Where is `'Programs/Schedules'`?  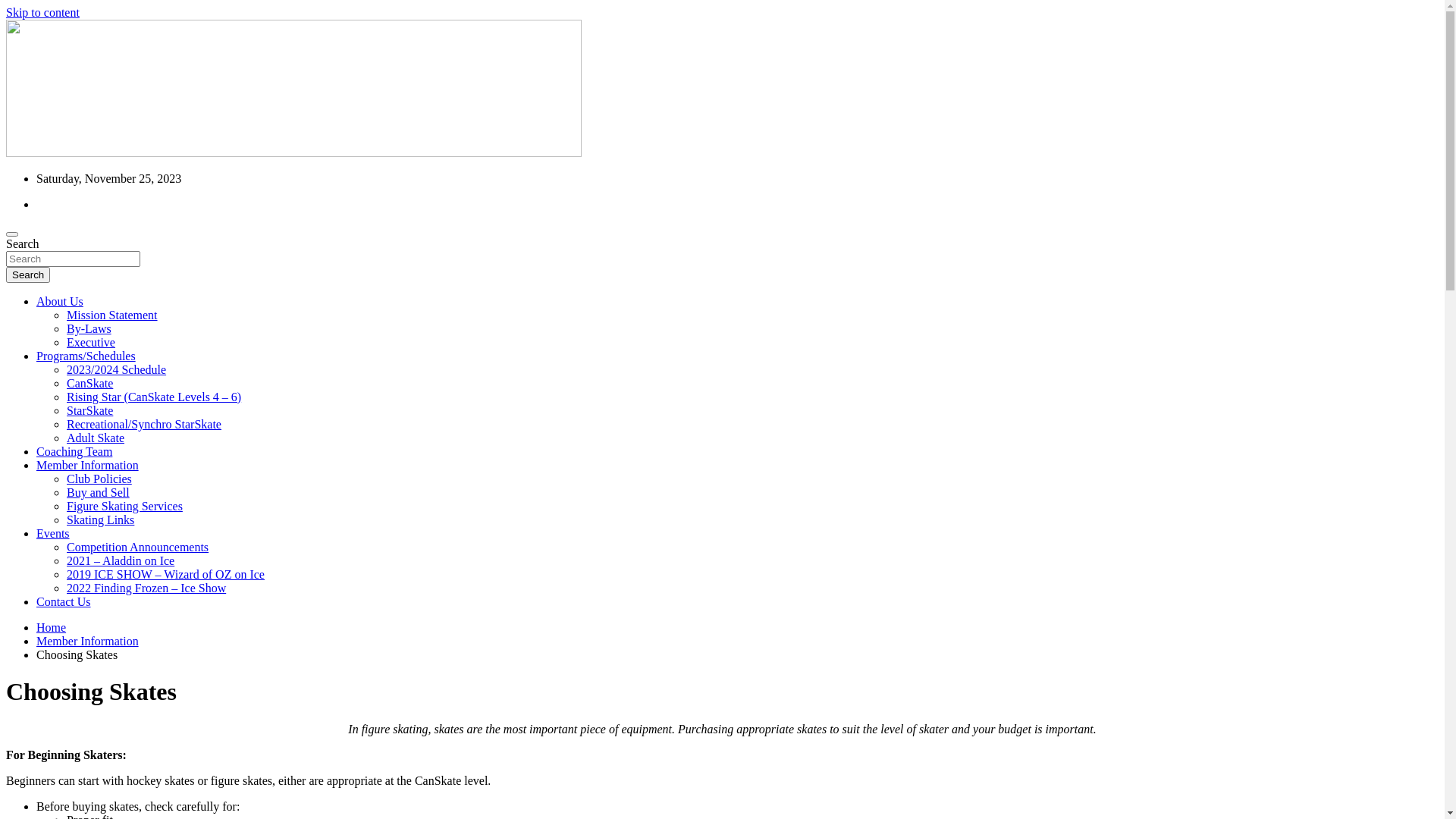
'Programs/Schedules' is located at coordinates (85, 356).